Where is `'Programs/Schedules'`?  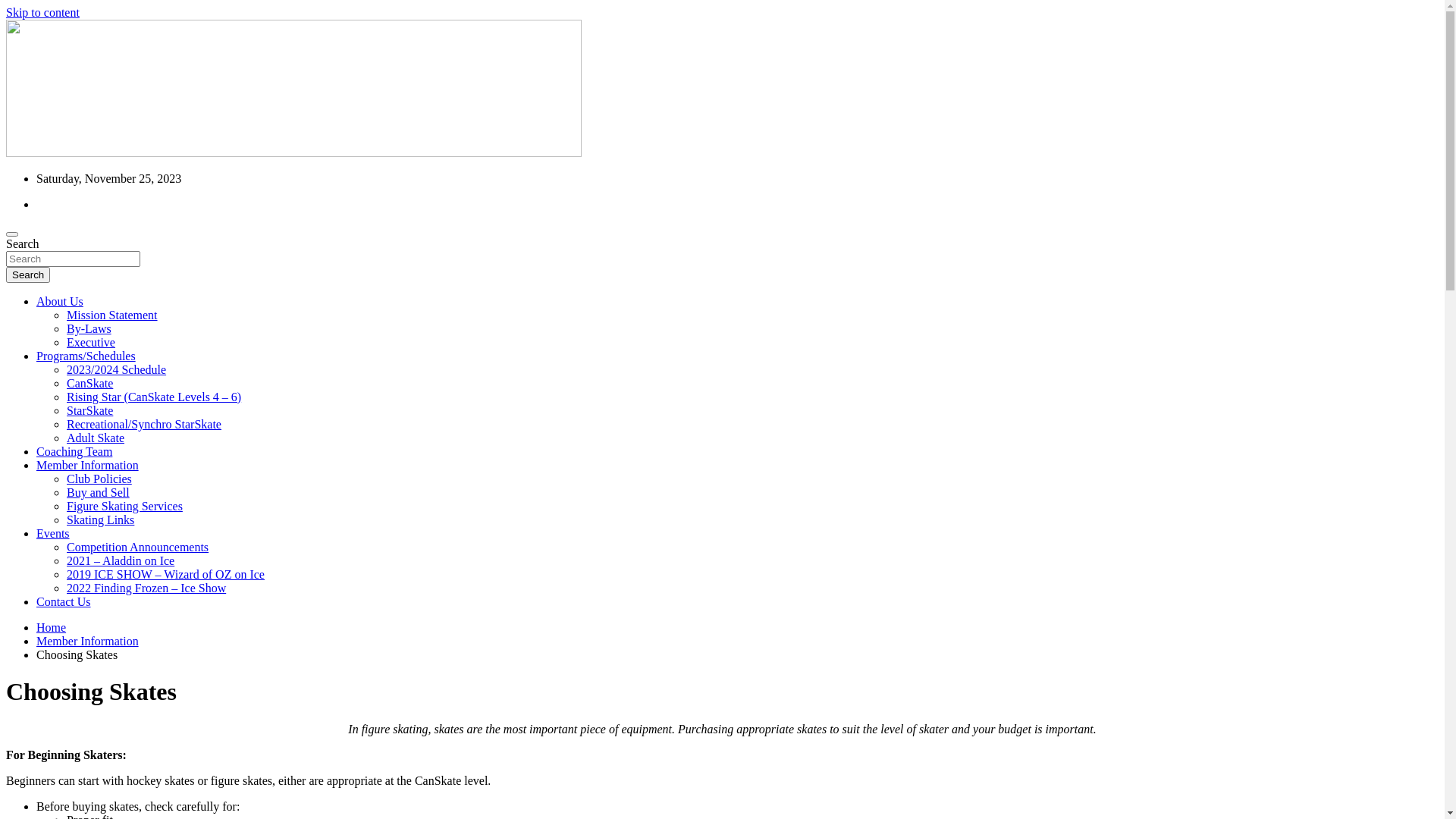
'Programs/Schedules' is located at coordinates (85, 356).